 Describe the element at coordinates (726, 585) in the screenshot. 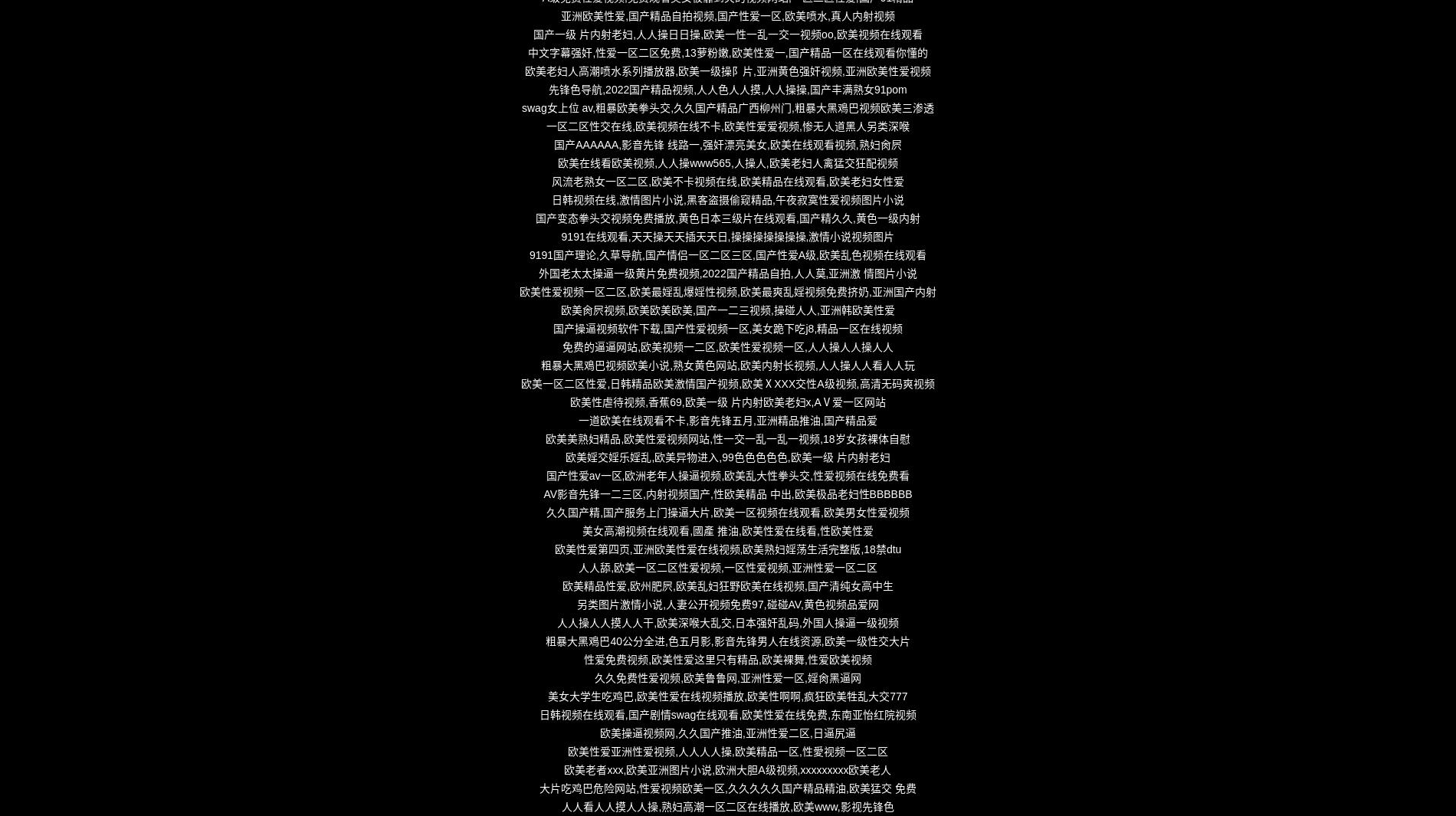

I see `'欧美精品性爱,欧州肥屄,欧美乱妇狂野欧美在线视频,国产清纯女高中生'` at that location.